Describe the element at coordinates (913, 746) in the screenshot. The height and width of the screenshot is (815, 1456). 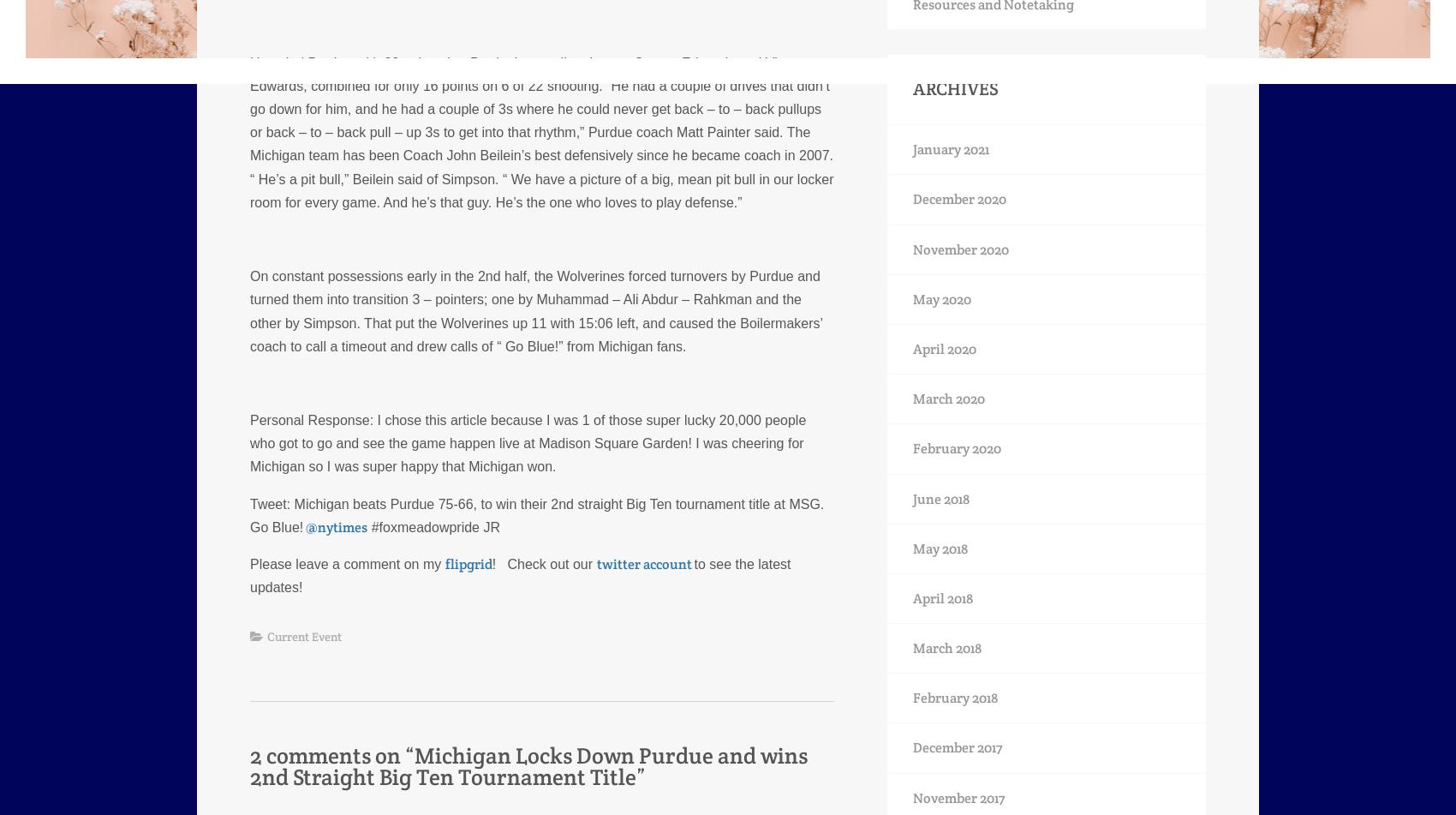
I see `'December 2017'` at that location.